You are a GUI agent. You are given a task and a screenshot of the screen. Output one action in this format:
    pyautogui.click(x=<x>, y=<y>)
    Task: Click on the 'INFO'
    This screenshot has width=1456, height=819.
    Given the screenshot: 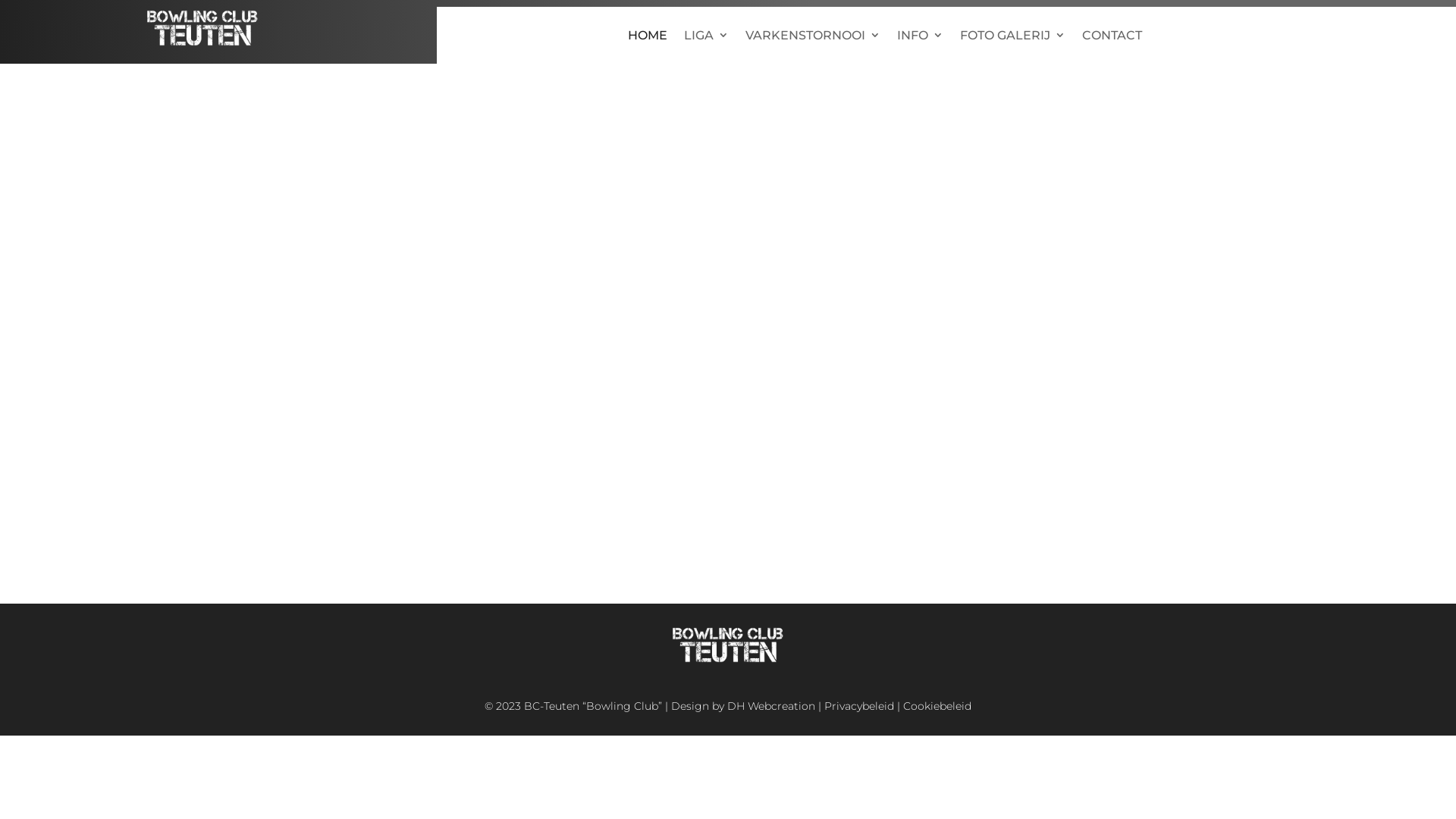 What is the action you would take?
    pyautogui.click(x=896, y=37)
    